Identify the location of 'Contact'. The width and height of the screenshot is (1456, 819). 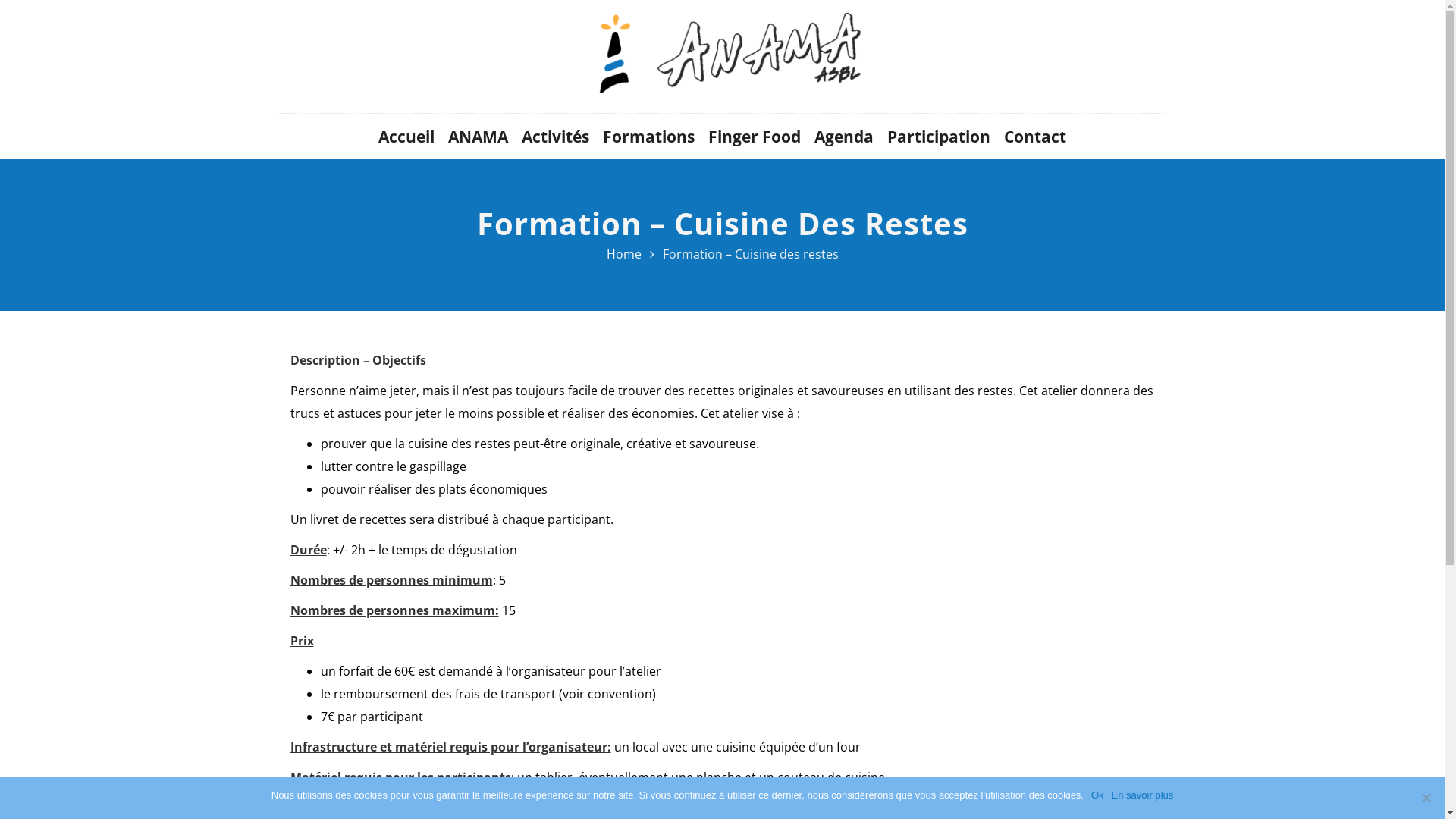
(1034, 136).